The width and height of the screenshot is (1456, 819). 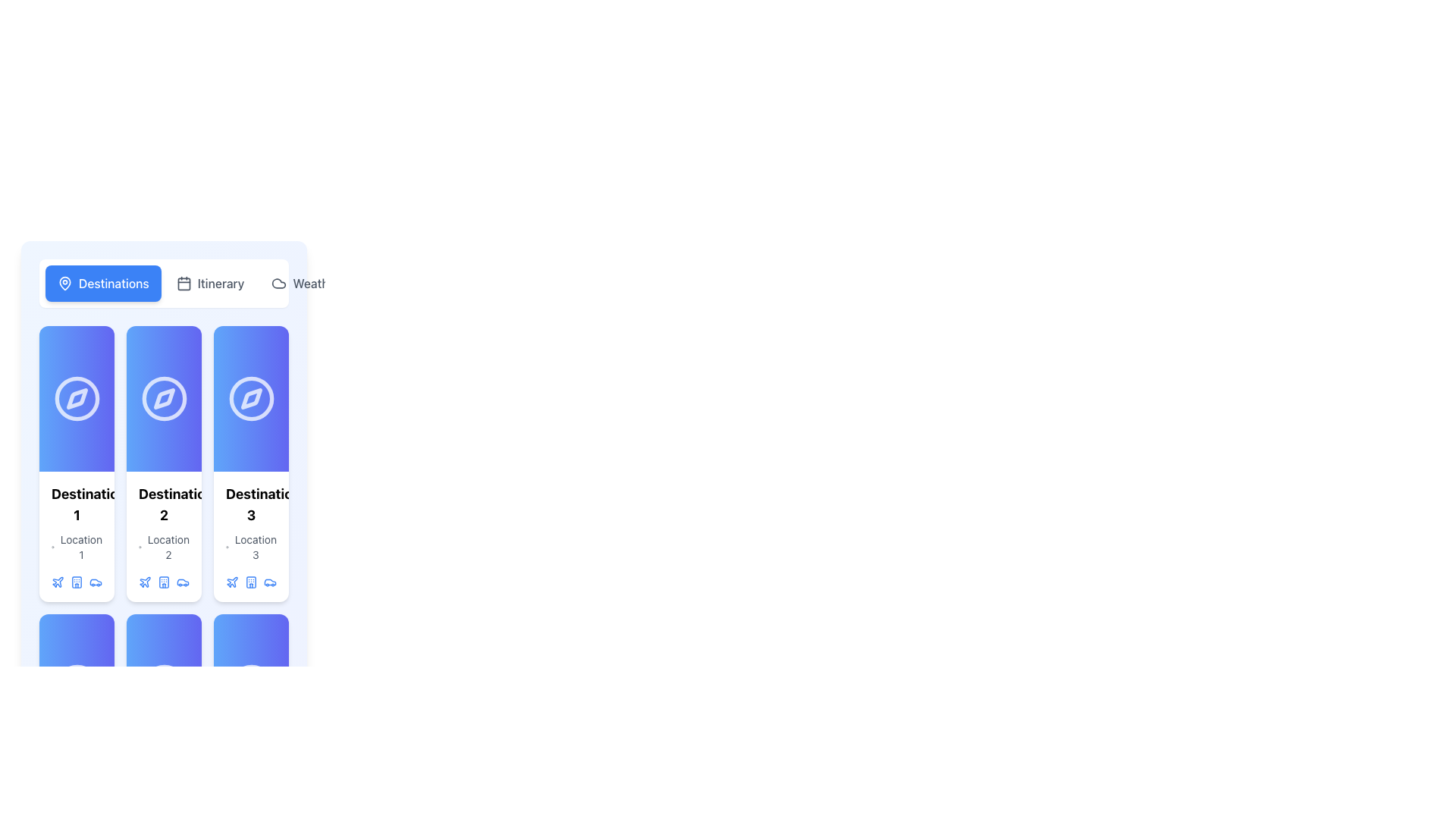 What do you see at coordinates (164, 397) in the screenshot?
I see `the second compass icon from the left in the 'Destinations' tab, which is centered inside its rounded rectangular card` at bounding box center [164, 397].